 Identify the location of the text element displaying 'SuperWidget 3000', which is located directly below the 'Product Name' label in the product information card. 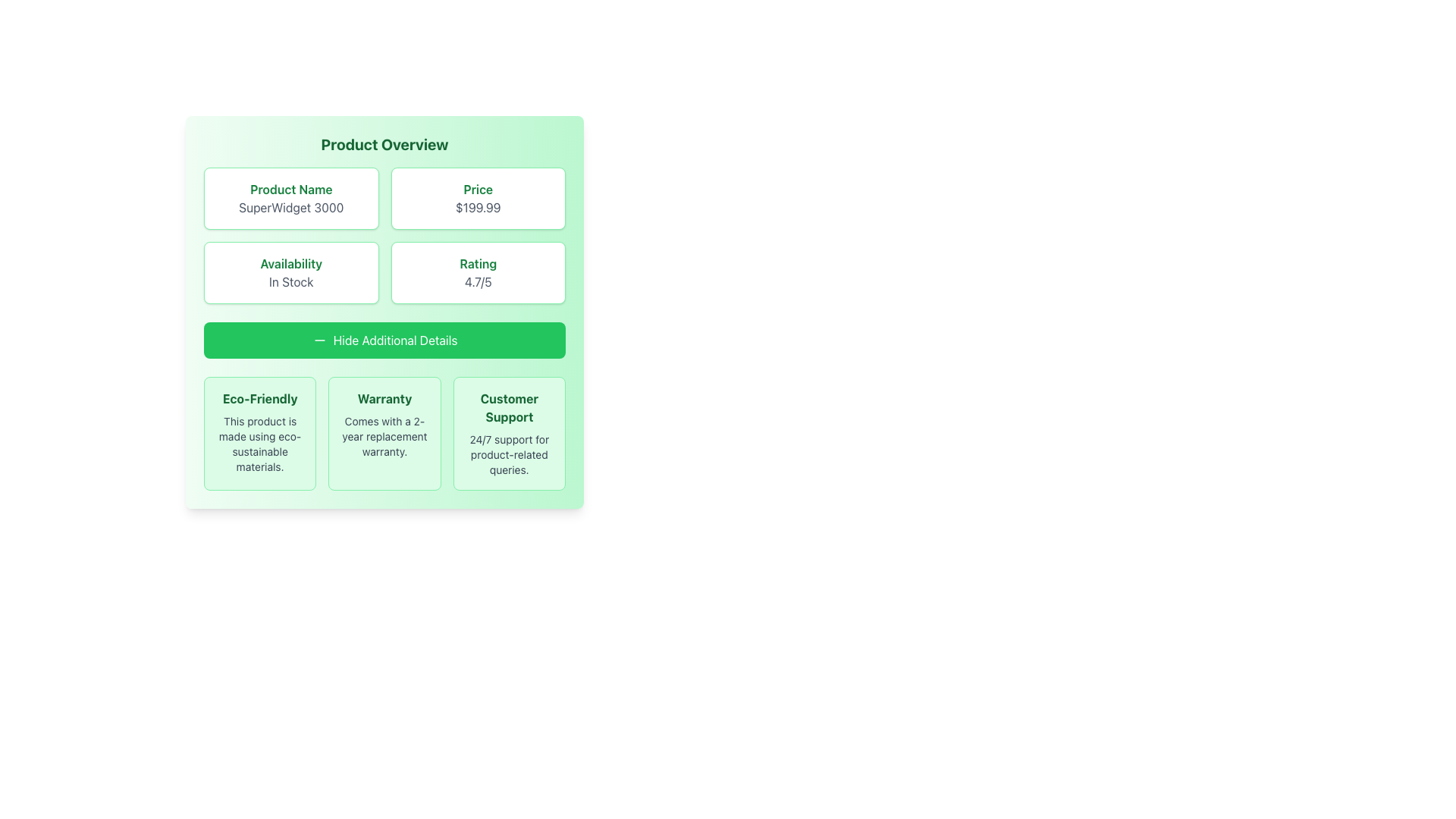
(291, 207).